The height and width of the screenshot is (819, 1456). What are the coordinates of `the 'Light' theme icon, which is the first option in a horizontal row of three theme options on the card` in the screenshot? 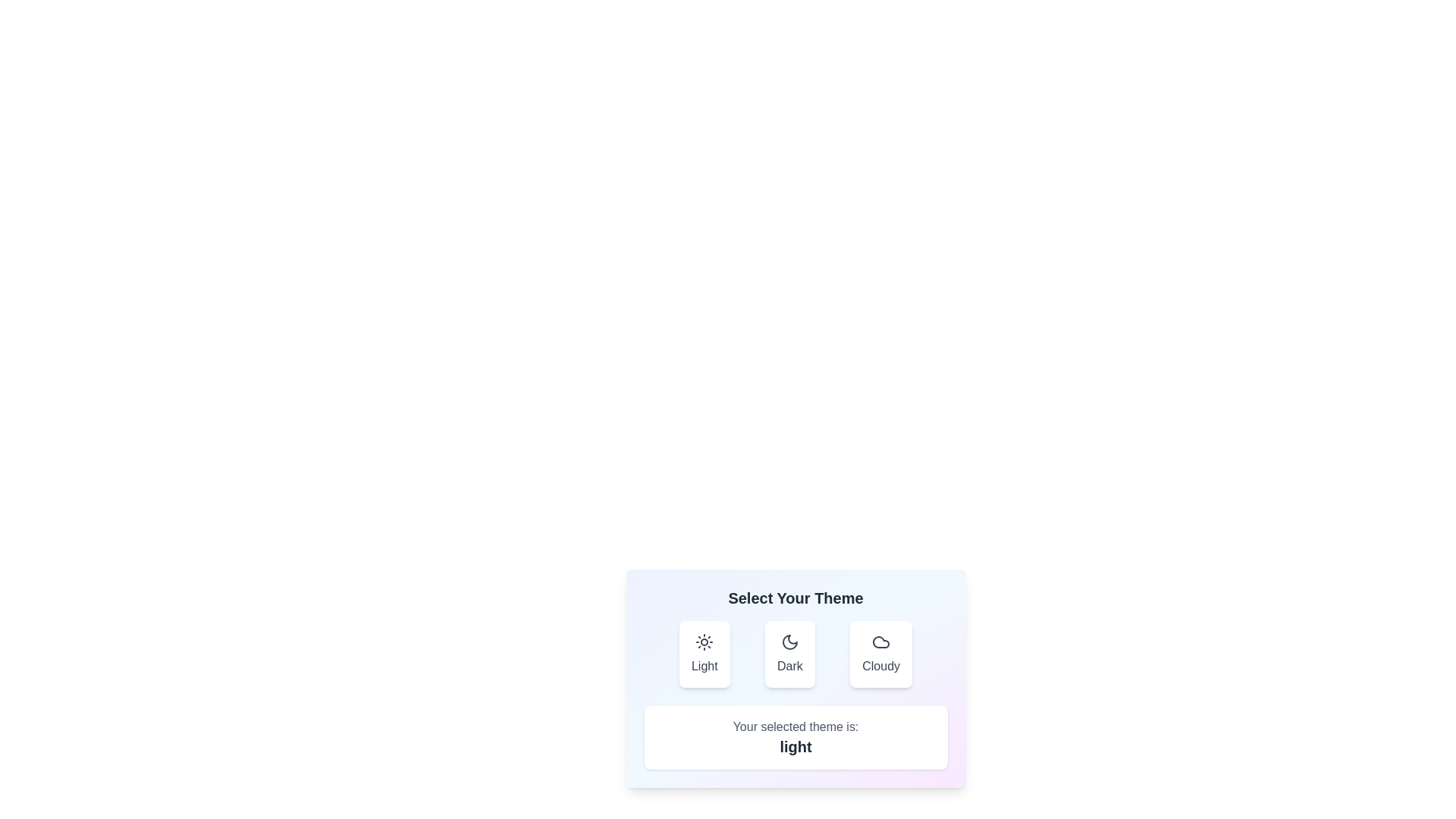 It's located at (704, 642).